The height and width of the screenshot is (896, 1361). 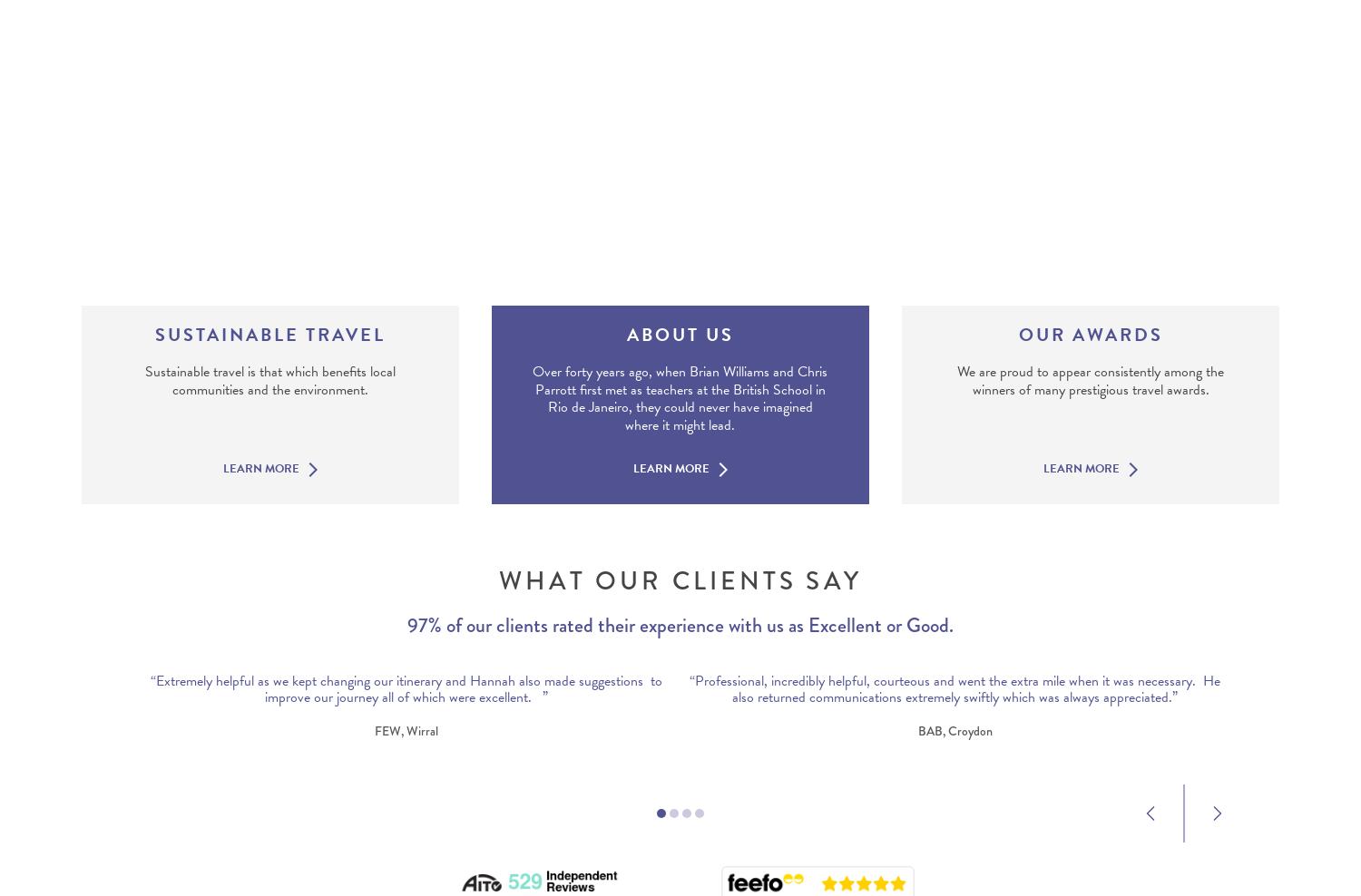 What do you see at coordinates (679, 397) in the screenshot?
I see `'Over forty years ago, when Brian Williams and Chris Parrott first met as teachers at the British School in Rio de Janeiro, they could never have imagined where it might lead.'` at bounding box center [679, 397].